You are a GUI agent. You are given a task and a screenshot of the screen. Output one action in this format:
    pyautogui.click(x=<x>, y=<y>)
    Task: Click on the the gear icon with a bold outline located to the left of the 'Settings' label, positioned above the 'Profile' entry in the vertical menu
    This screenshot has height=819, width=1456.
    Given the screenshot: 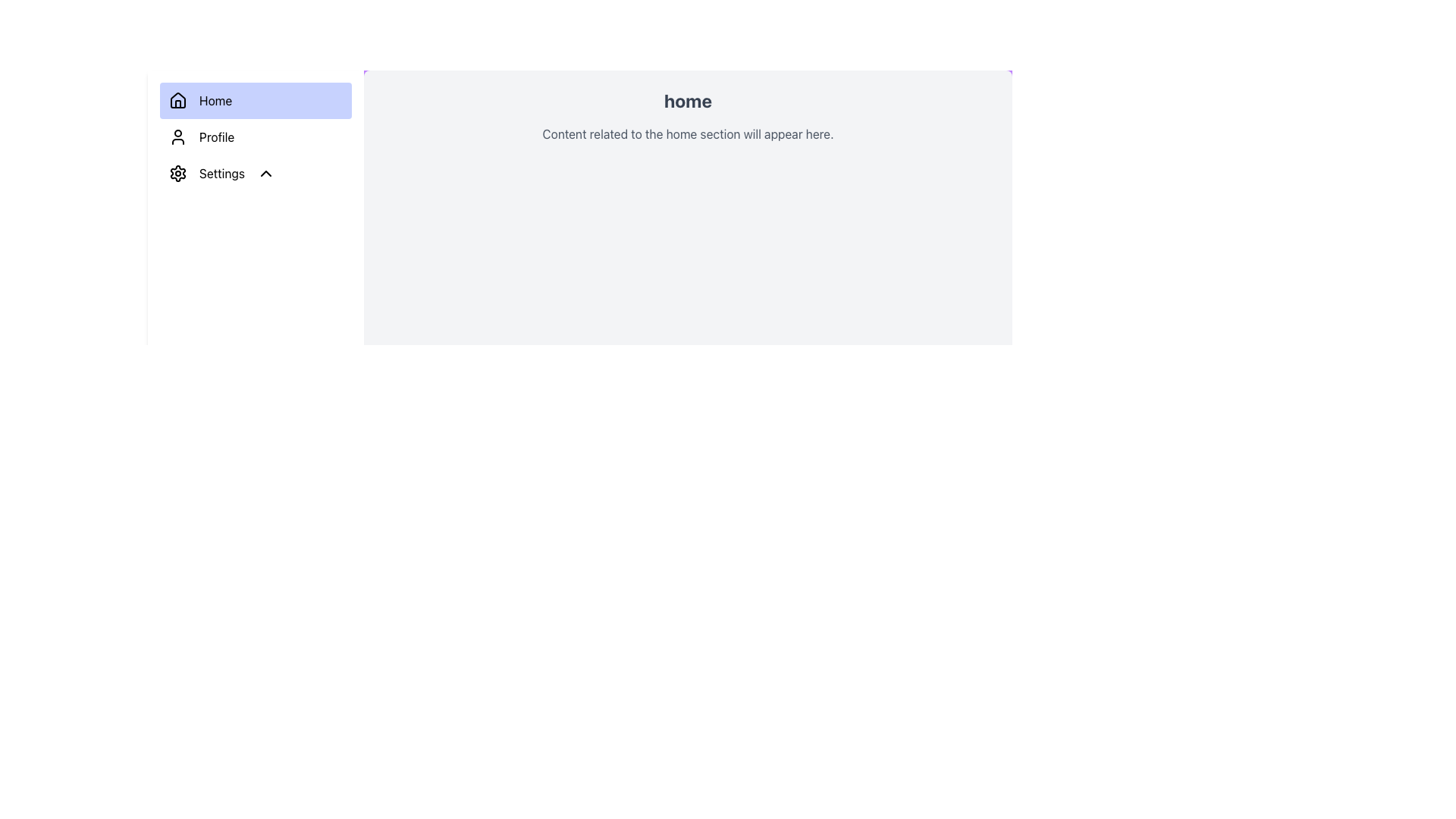 What is the action you would take?
    pyautogui.click(x=178, y=172)
    